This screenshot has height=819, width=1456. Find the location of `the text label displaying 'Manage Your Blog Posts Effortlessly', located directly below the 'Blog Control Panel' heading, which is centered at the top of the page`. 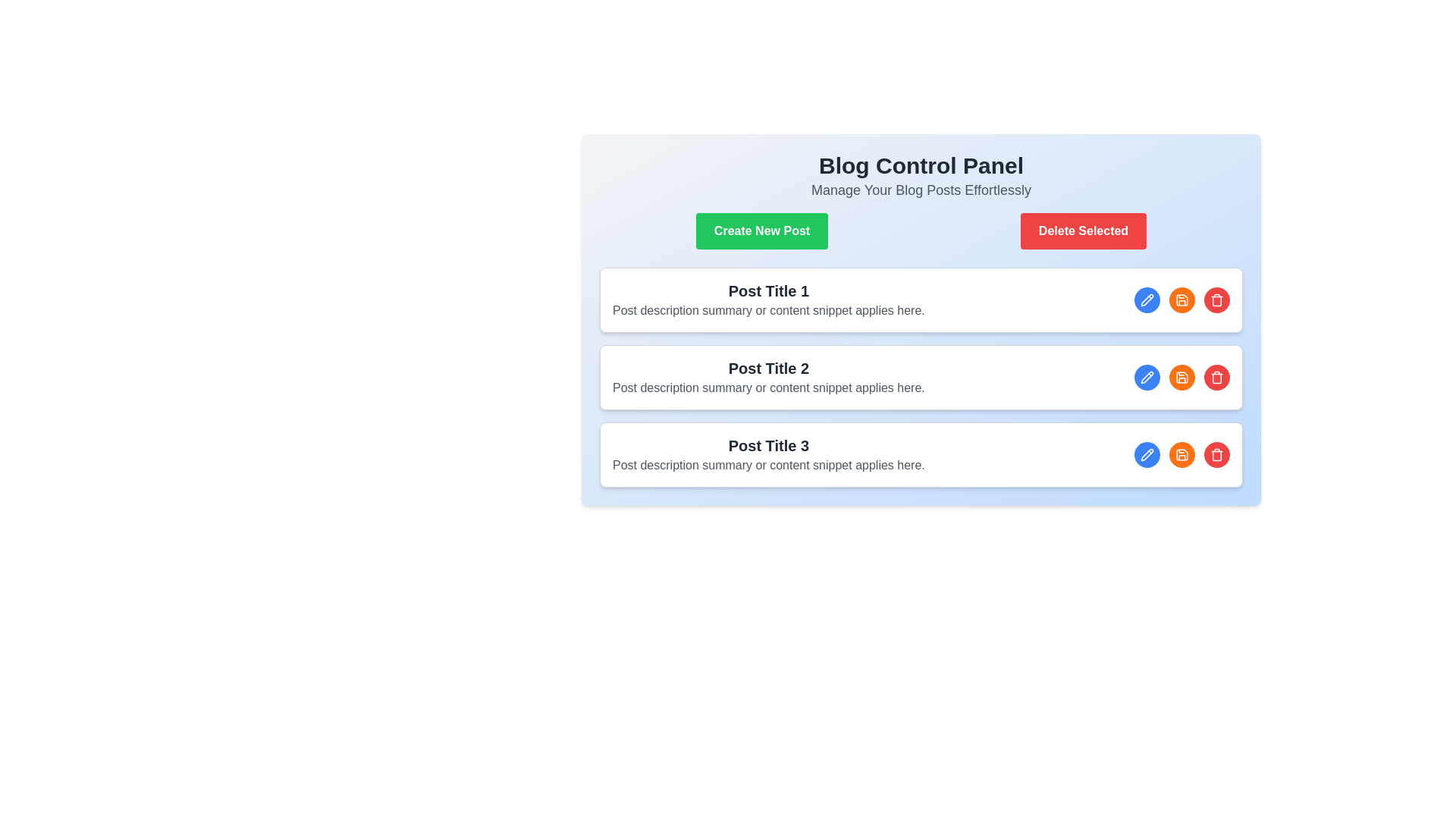

the text label displaying 'Manage Your Blog Posts Effortlessly', located directly below the 'Blog Control Panel' heading, which is centered at the top of the page is located at coordinates (920, 189).